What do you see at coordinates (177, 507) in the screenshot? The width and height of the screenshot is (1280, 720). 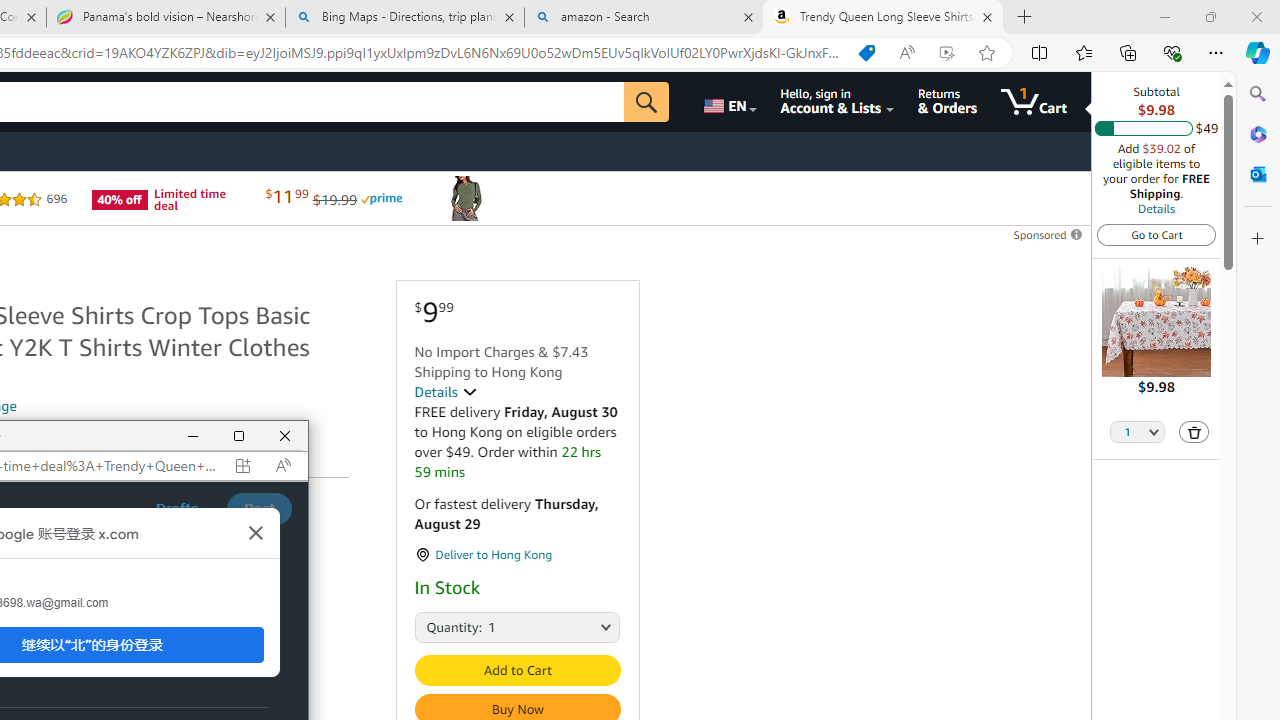 I see `'Drafts'` at bounding box center [177, 507].